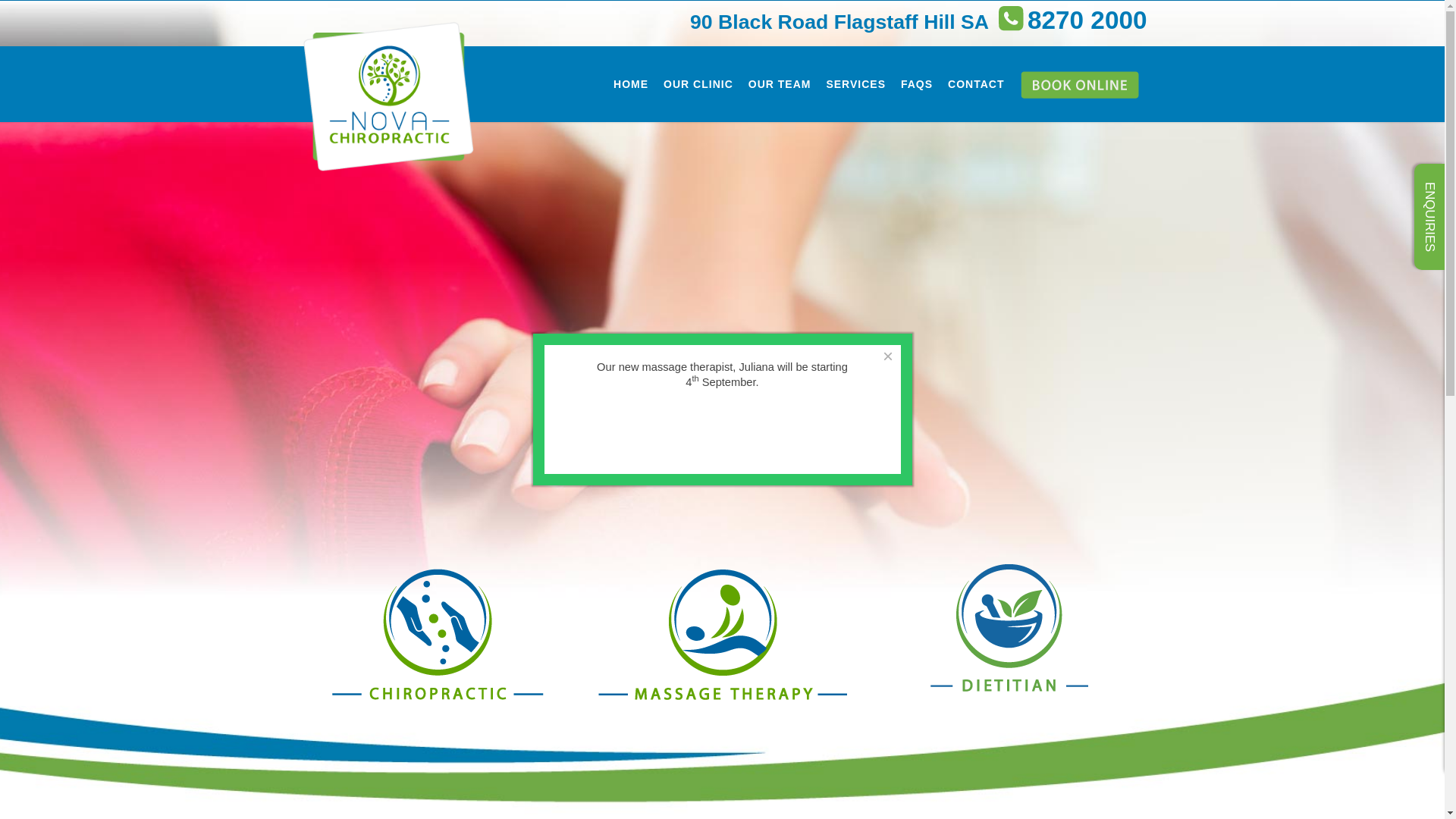  What do you see at coordinates (916, 84) in the screenshot?
I see `'FAQS'` at bounding box center [916, 84].